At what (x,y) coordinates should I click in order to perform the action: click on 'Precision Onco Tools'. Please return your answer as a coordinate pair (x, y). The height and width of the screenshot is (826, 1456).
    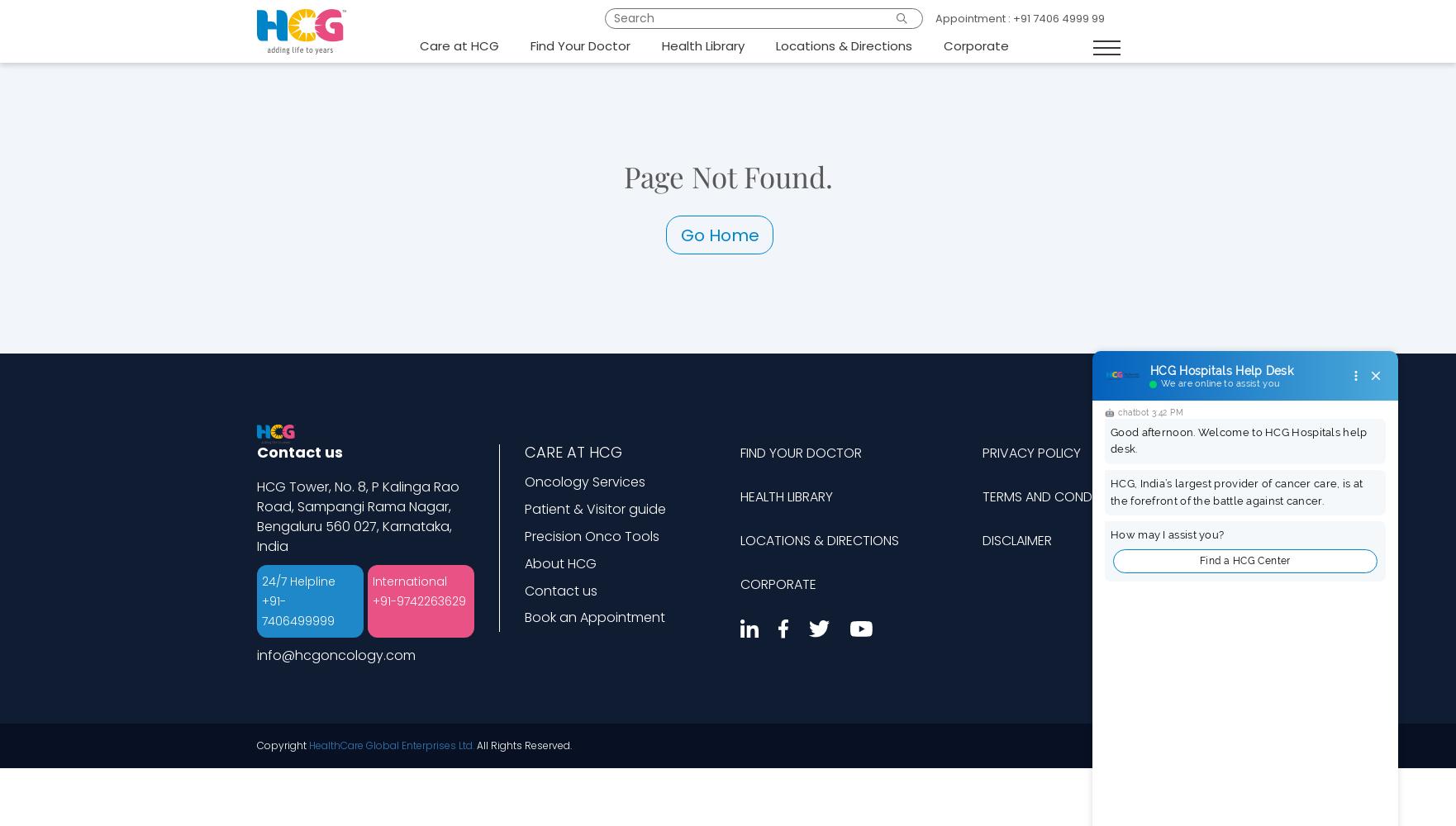
    Looking at the image, I should click on (522, 535).